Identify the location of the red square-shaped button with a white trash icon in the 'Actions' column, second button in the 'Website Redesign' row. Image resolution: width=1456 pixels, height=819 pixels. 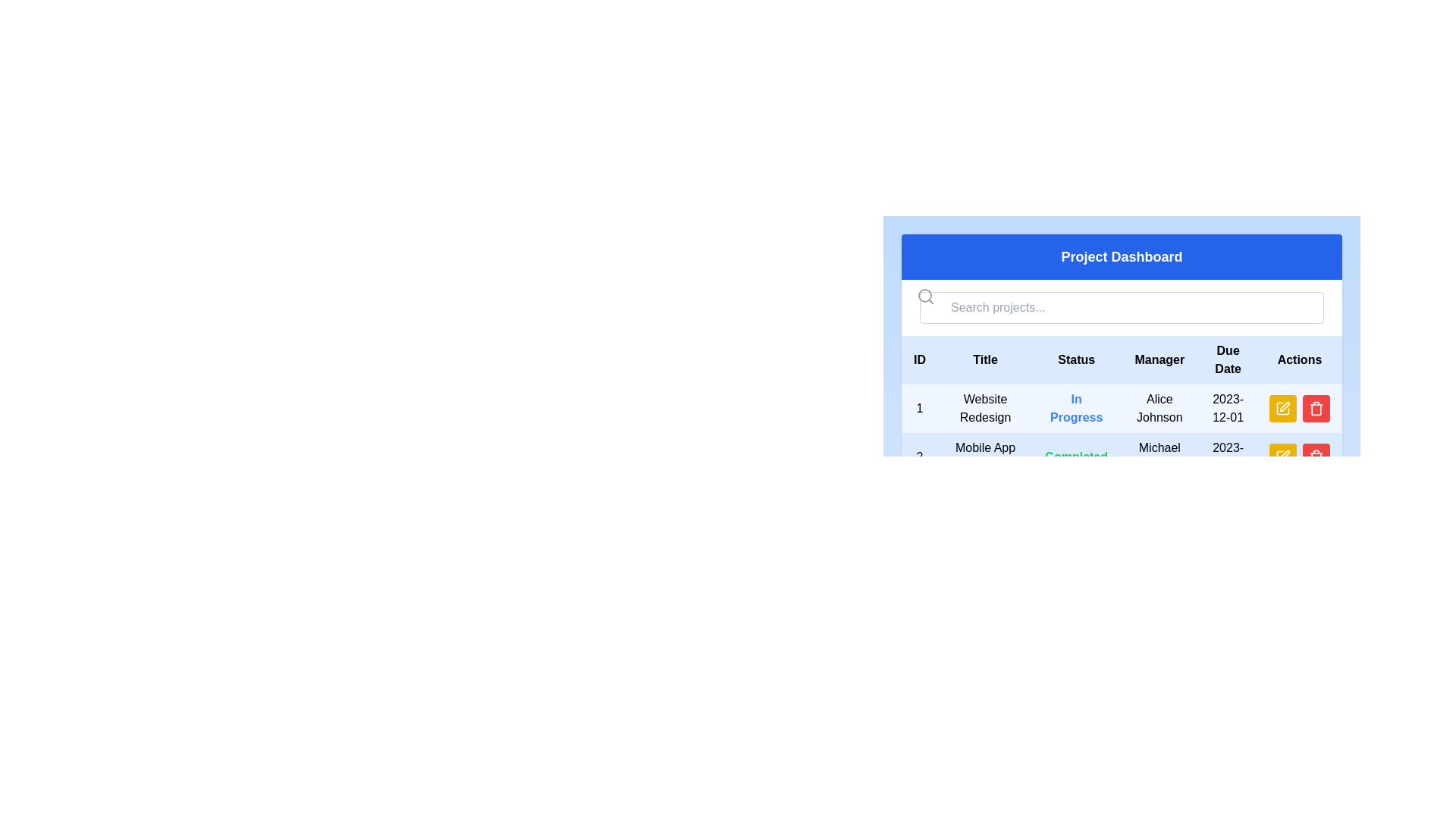
(1316, 408).